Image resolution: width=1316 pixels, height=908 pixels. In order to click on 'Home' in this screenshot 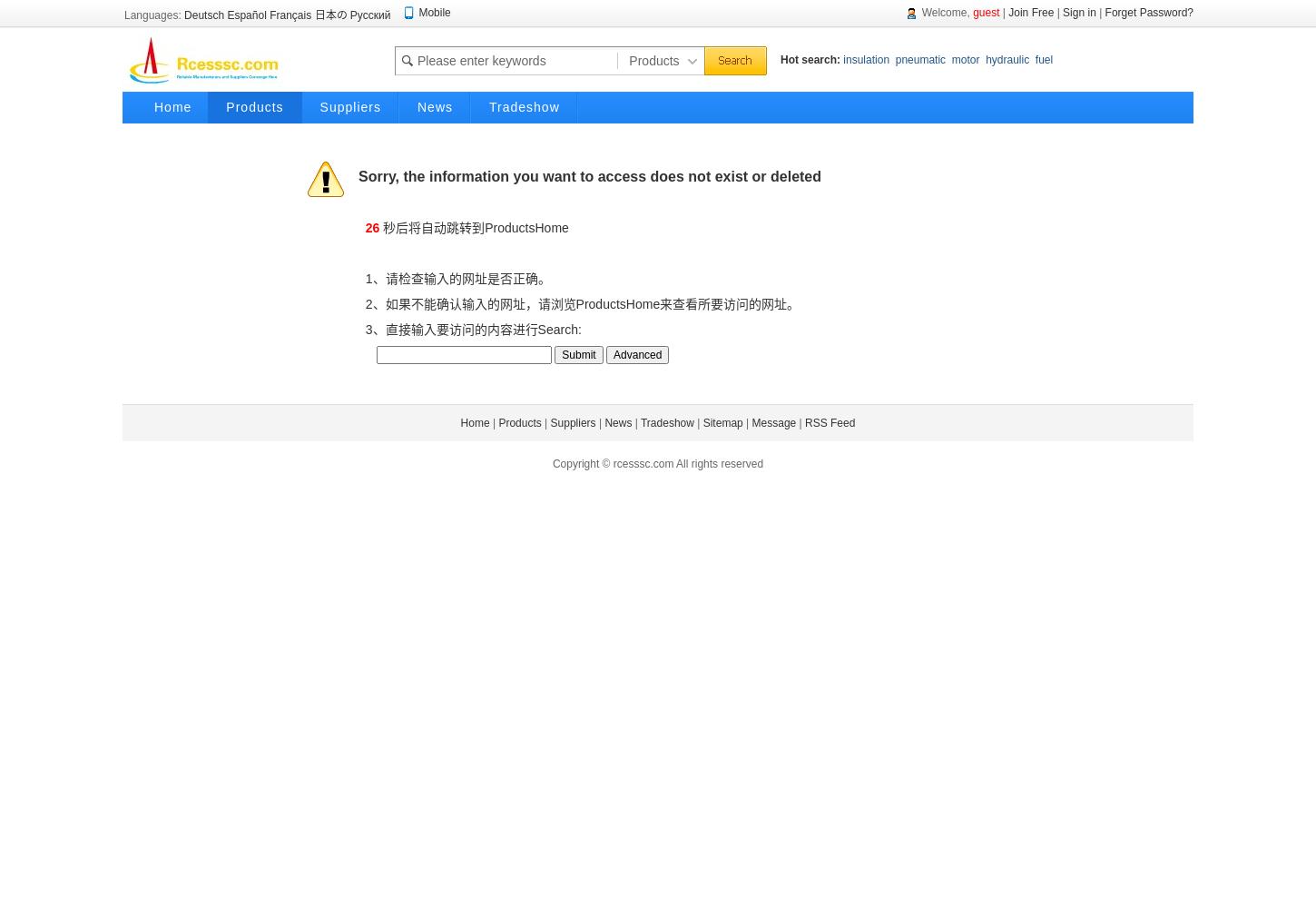, I will do `click(475, 422)`.